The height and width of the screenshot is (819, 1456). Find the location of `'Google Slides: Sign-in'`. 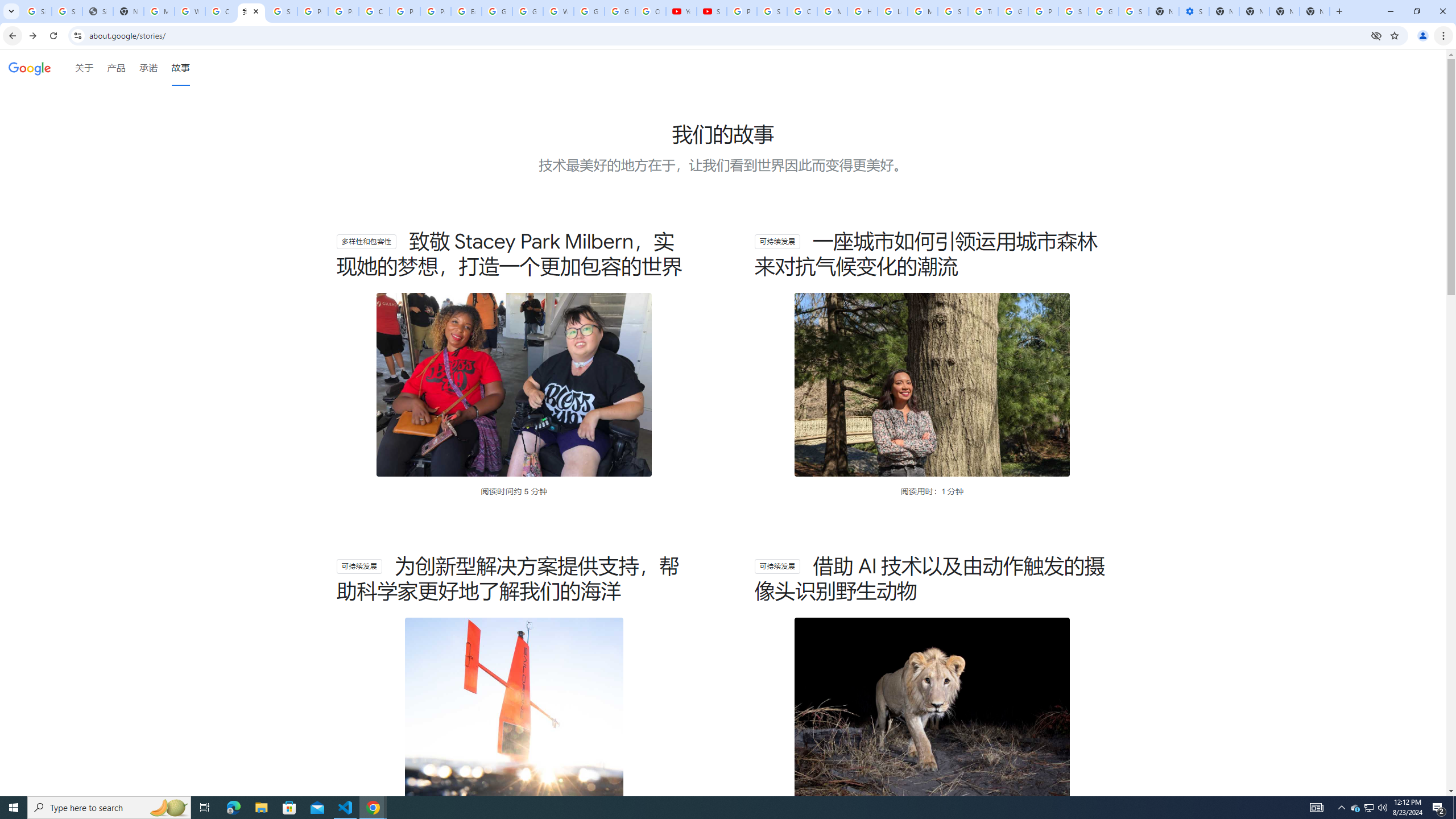

'Google Slides: Sign-in' is located at coordinates (496, 11).